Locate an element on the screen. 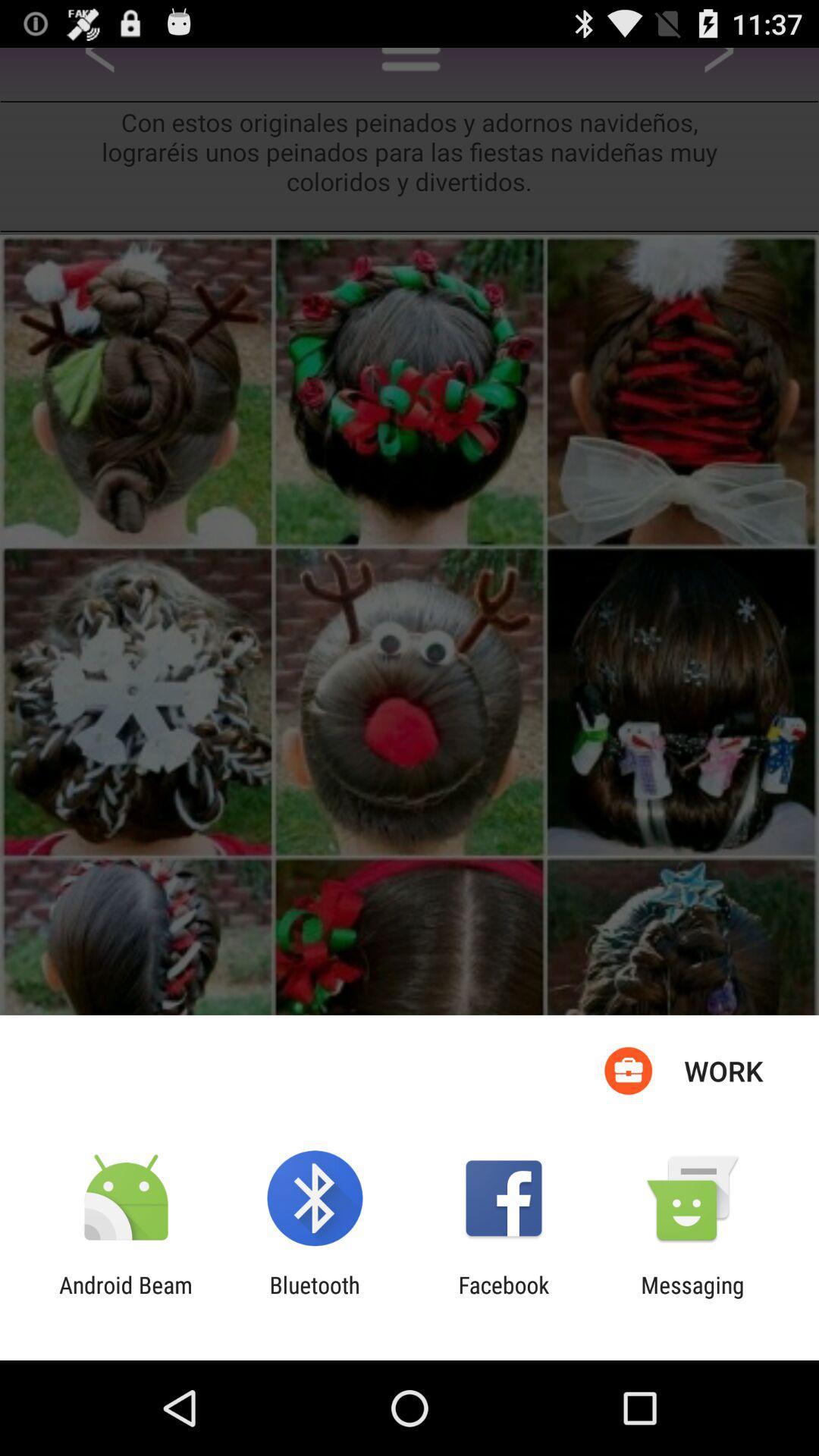 Image resolution: width=819 pixels, height=1456 pixels. the app to the right of android beam icon is located at coordinates (314, 1298).